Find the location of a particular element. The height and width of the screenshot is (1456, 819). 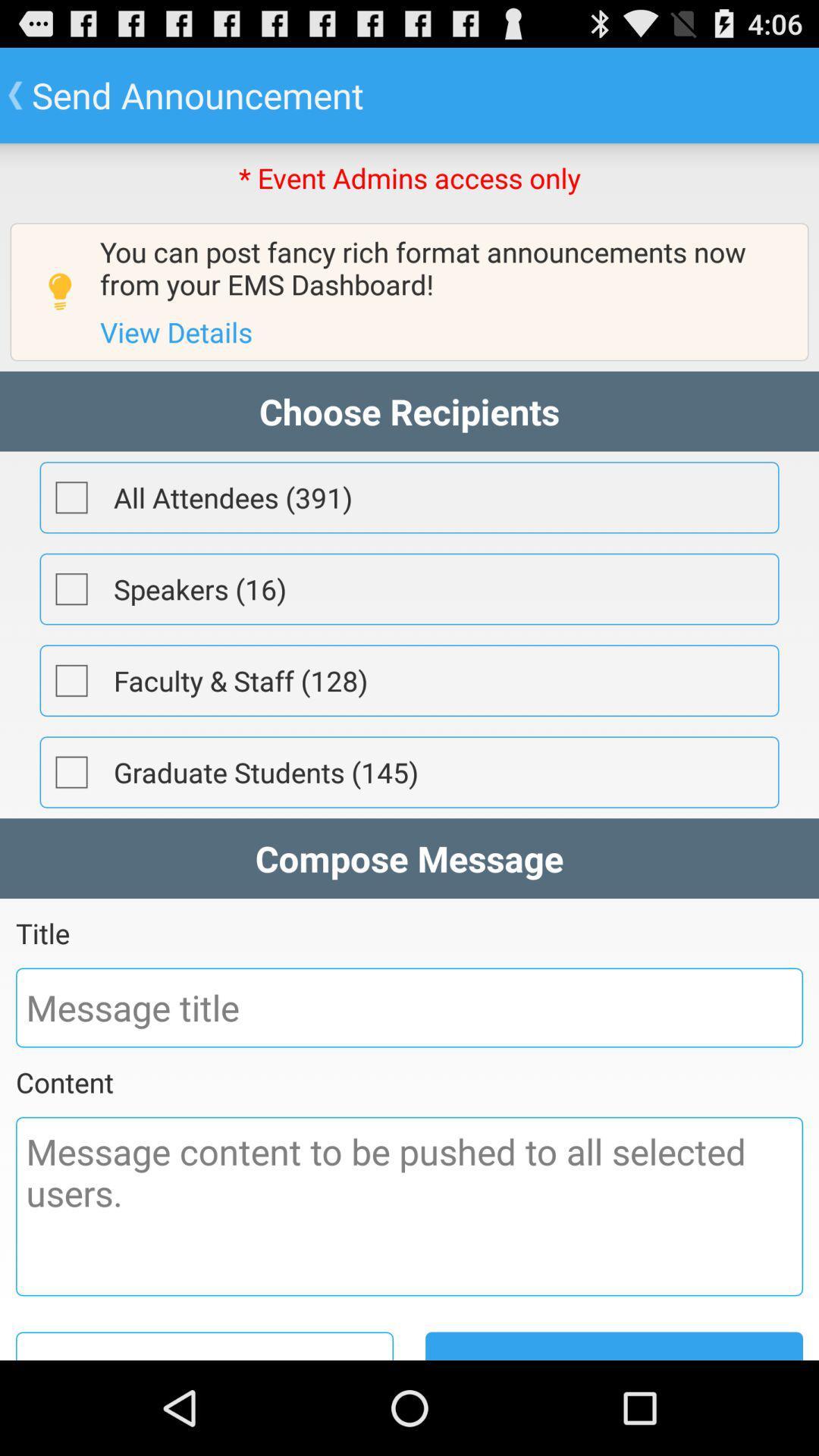

recipients is located at coordinates (71, 772).